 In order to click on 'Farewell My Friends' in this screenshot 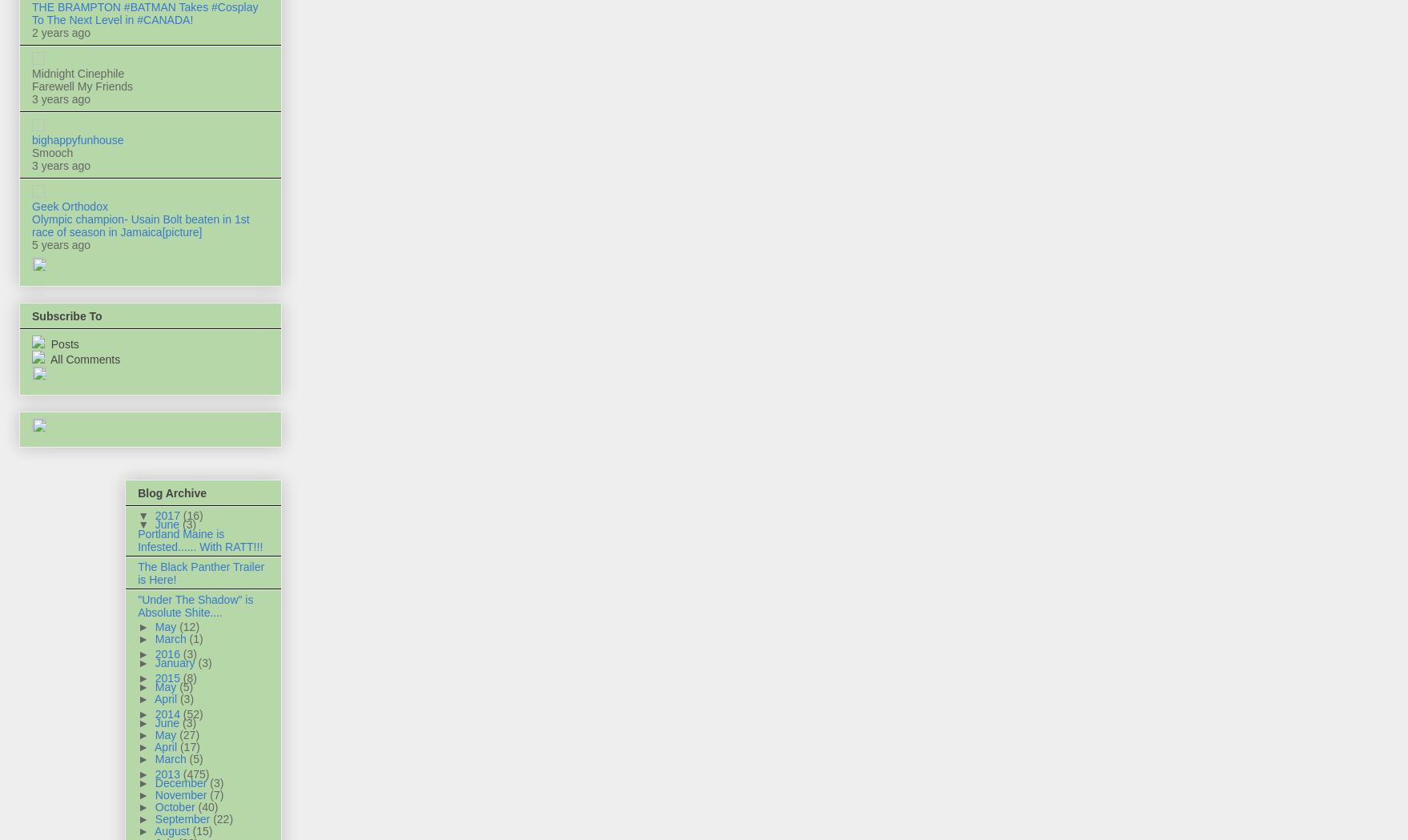, I will do `click(82, 84)`.